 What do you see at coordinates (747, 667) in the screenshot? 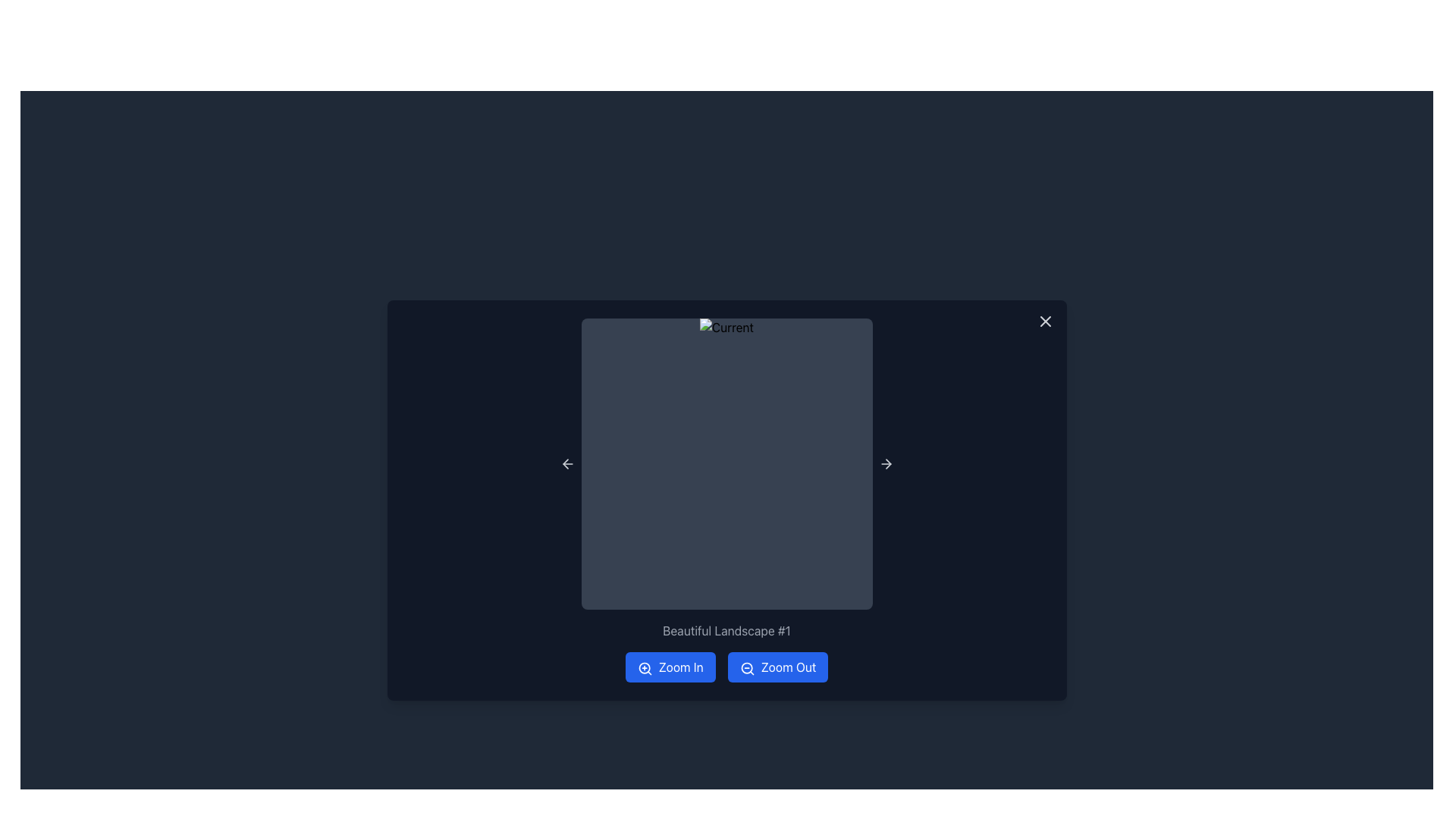
I see `the circular magnifying glass icon with a minus sign in the middle, which is styled with a blue circle and a white graphic` at bounding box center [747, 667].